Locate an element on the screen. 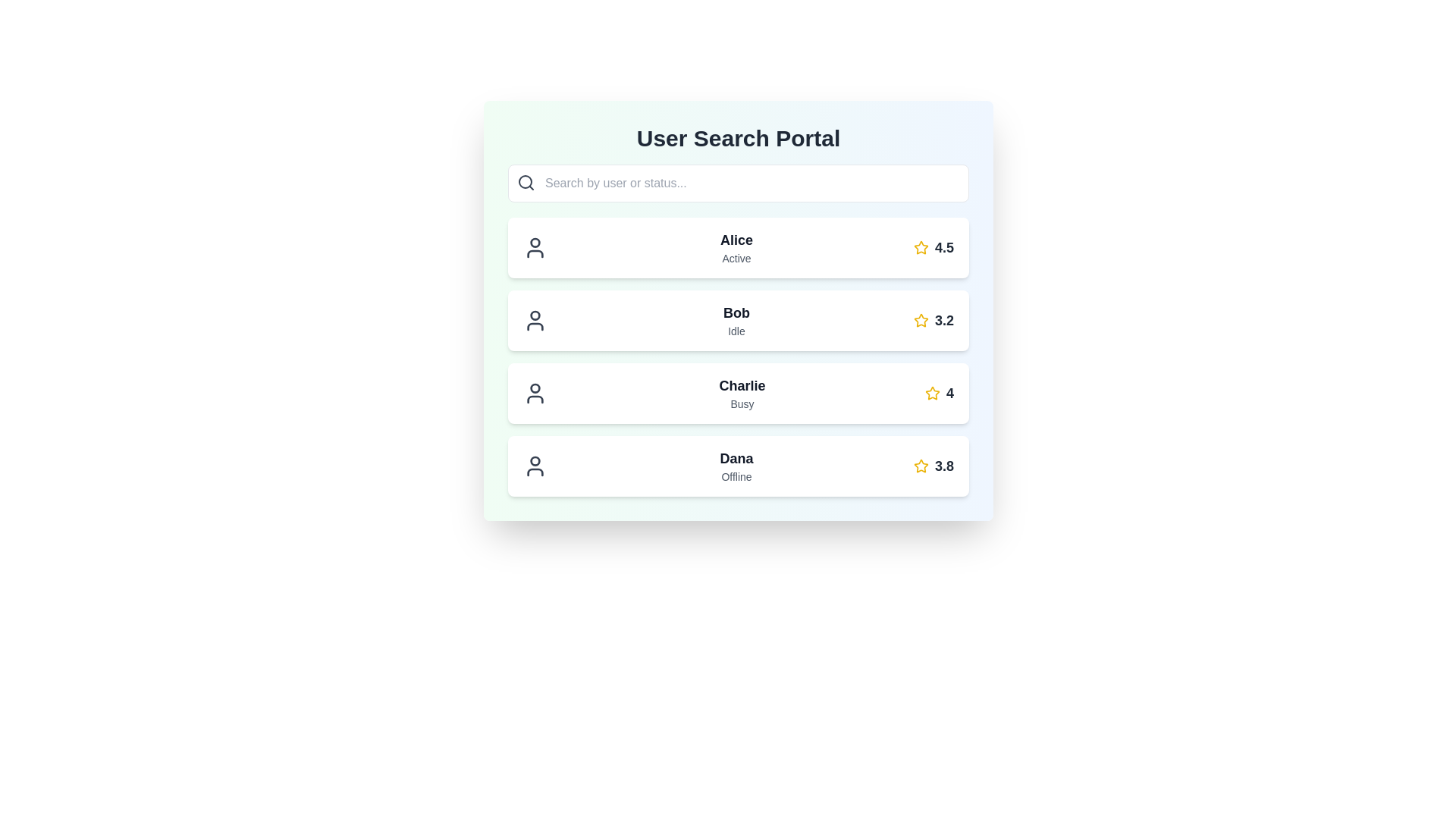 The image size is (1456, 819). the rating display box for user 'Alice', which is positioned at the rightmost side of the card next to the 'Active' status text is located at coordinates (932, 247).